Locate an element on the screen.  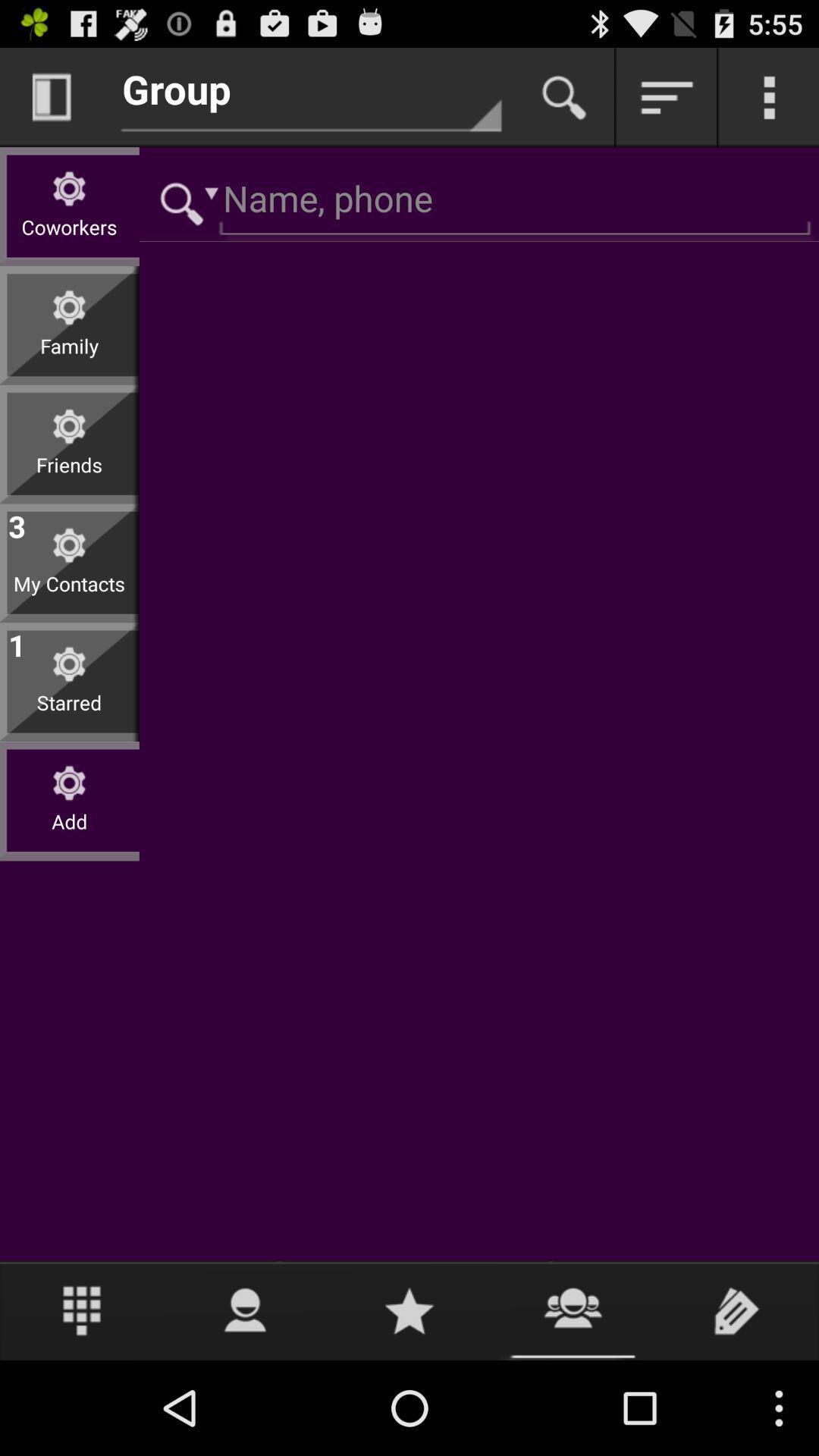
number pad is located at coordinates (82, 1310).